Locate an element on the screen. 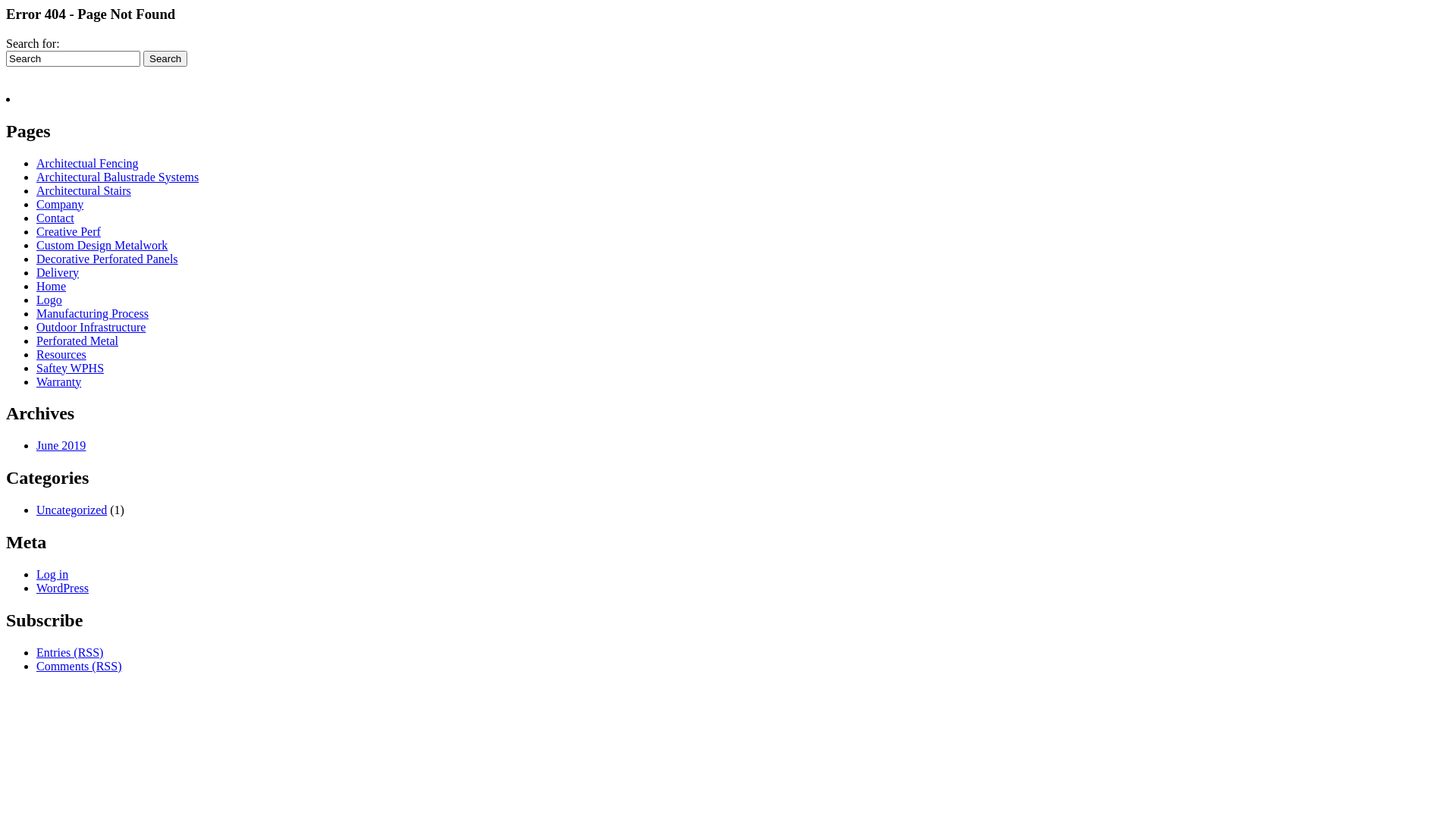  'Comments (RSS)' is located at coordinates (78, 665).